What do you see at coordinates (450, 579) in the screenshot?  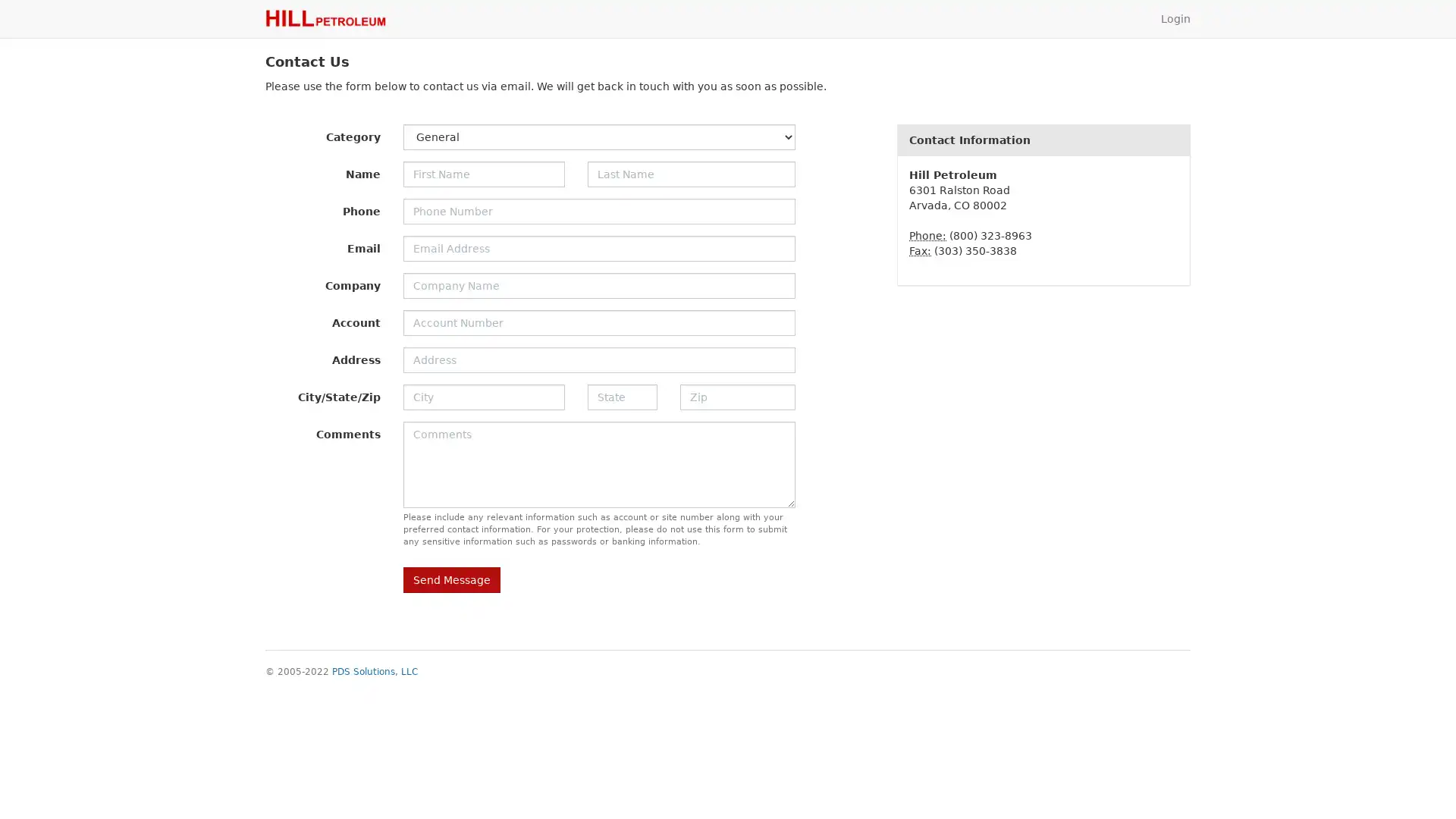 I see `Send Message` at bounding box center [450, 579].